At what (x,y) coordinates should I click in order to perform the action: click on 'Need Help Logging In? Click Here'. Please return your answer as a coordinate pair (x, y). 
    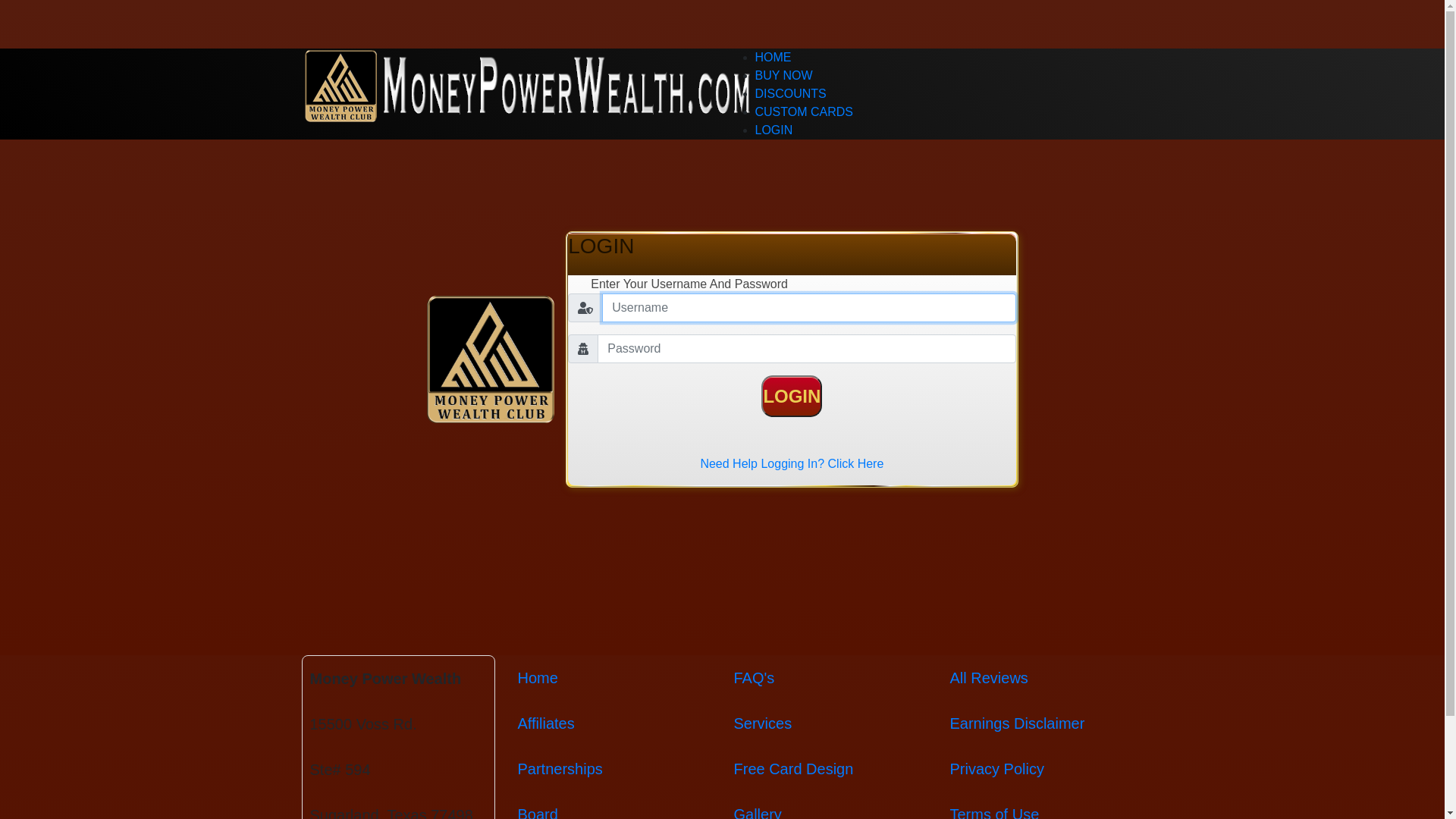
    Looking at the image, I should click on (698, 463).